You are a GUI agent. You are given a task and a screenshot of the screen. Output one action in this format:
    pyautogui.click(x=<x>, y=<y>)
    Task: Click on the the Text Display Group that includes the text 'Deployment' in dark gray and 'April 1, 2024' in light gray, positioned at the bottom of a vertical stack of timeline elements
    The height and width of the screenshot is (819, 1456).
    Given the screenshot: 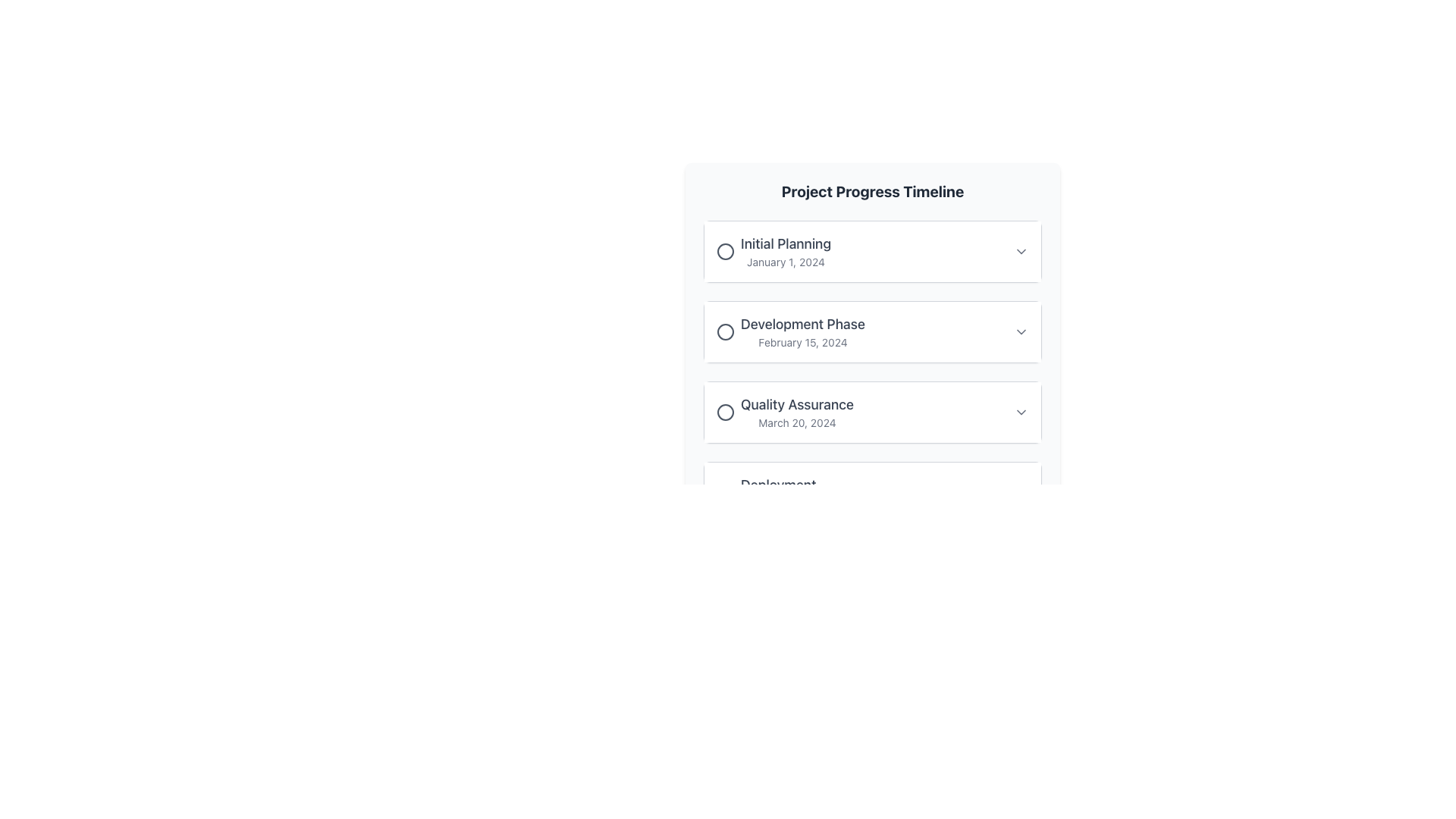 What is the action you would take?
    pyautogui.click(x=766, y=493)
    